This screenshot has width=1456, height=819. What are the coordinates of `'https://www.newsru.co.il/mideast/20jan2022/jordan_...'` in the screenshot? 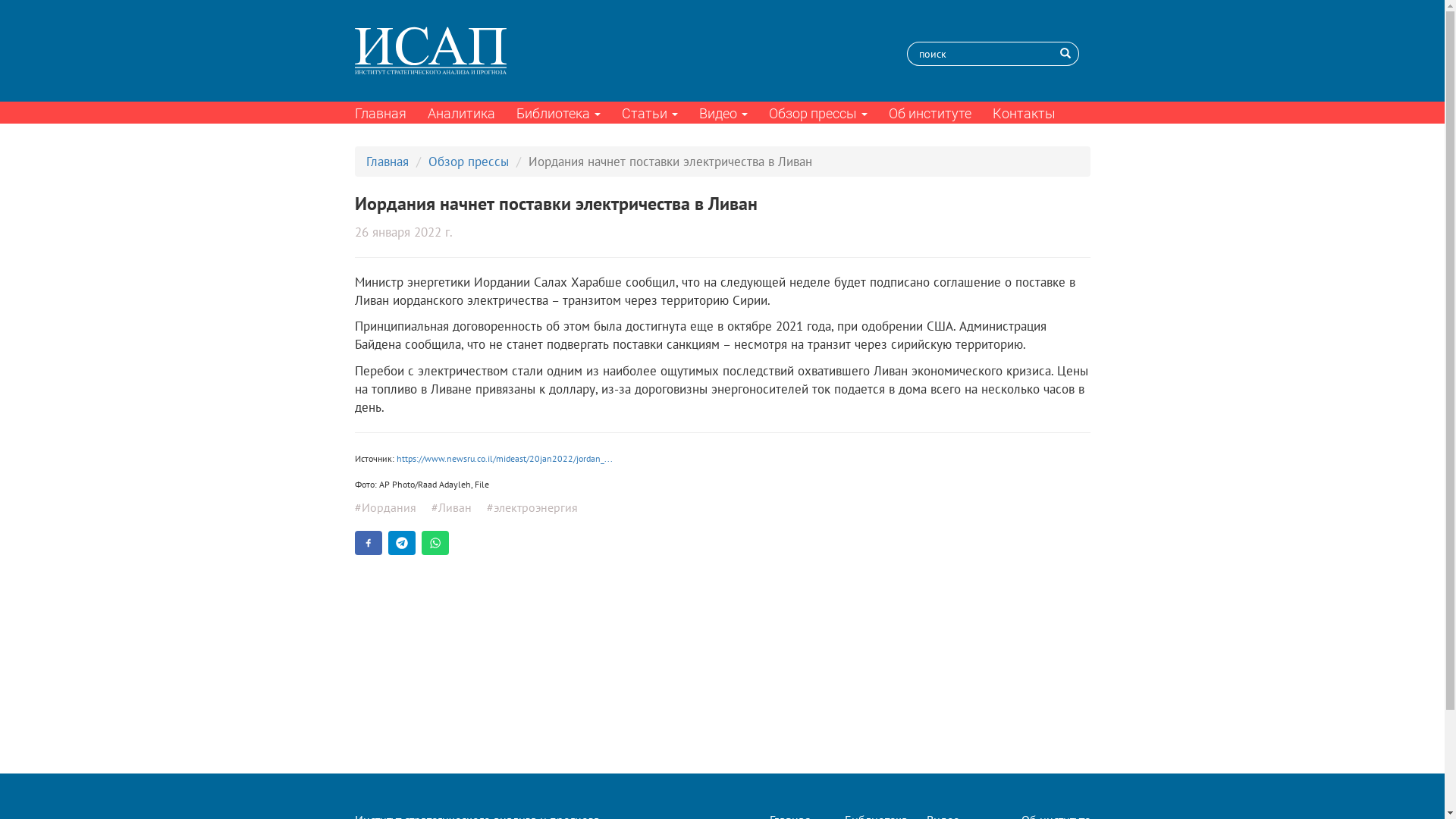 It's located at (504, 457).